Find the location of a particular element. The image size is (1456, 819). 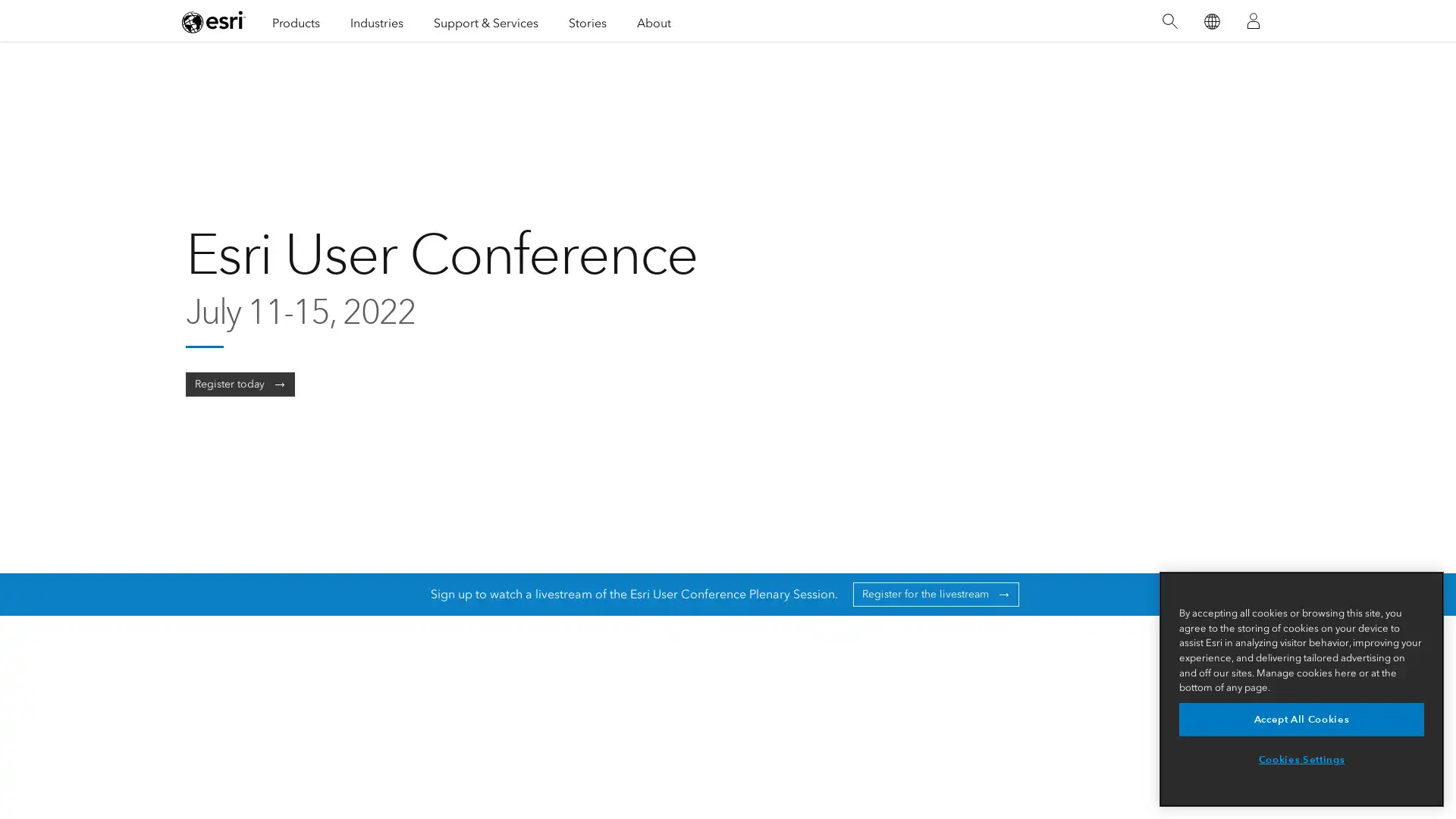

About is located at coordinates (654, 20).